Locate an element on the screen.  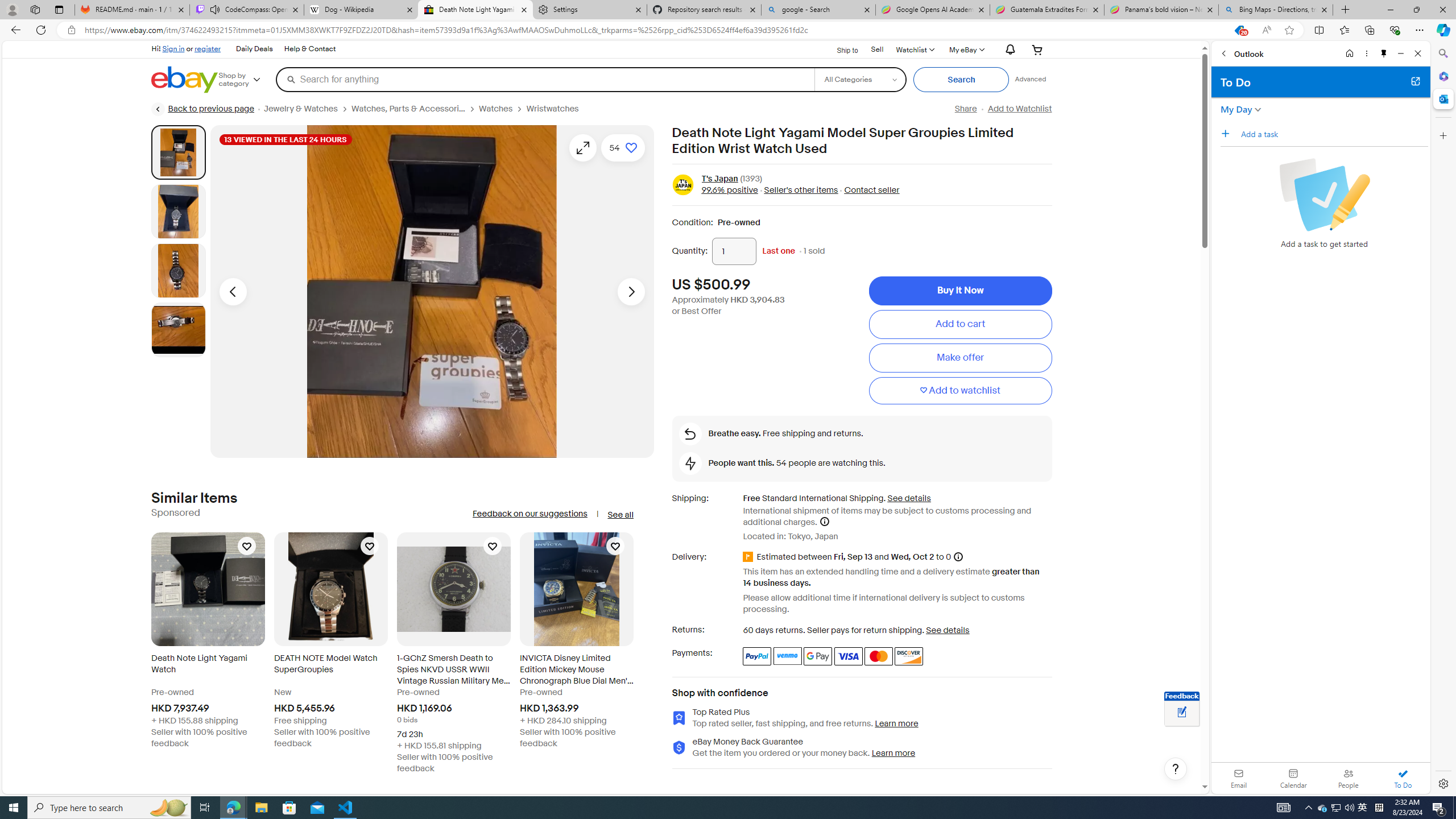
'Delivery alert flag' is located at coordinates (749, 557).